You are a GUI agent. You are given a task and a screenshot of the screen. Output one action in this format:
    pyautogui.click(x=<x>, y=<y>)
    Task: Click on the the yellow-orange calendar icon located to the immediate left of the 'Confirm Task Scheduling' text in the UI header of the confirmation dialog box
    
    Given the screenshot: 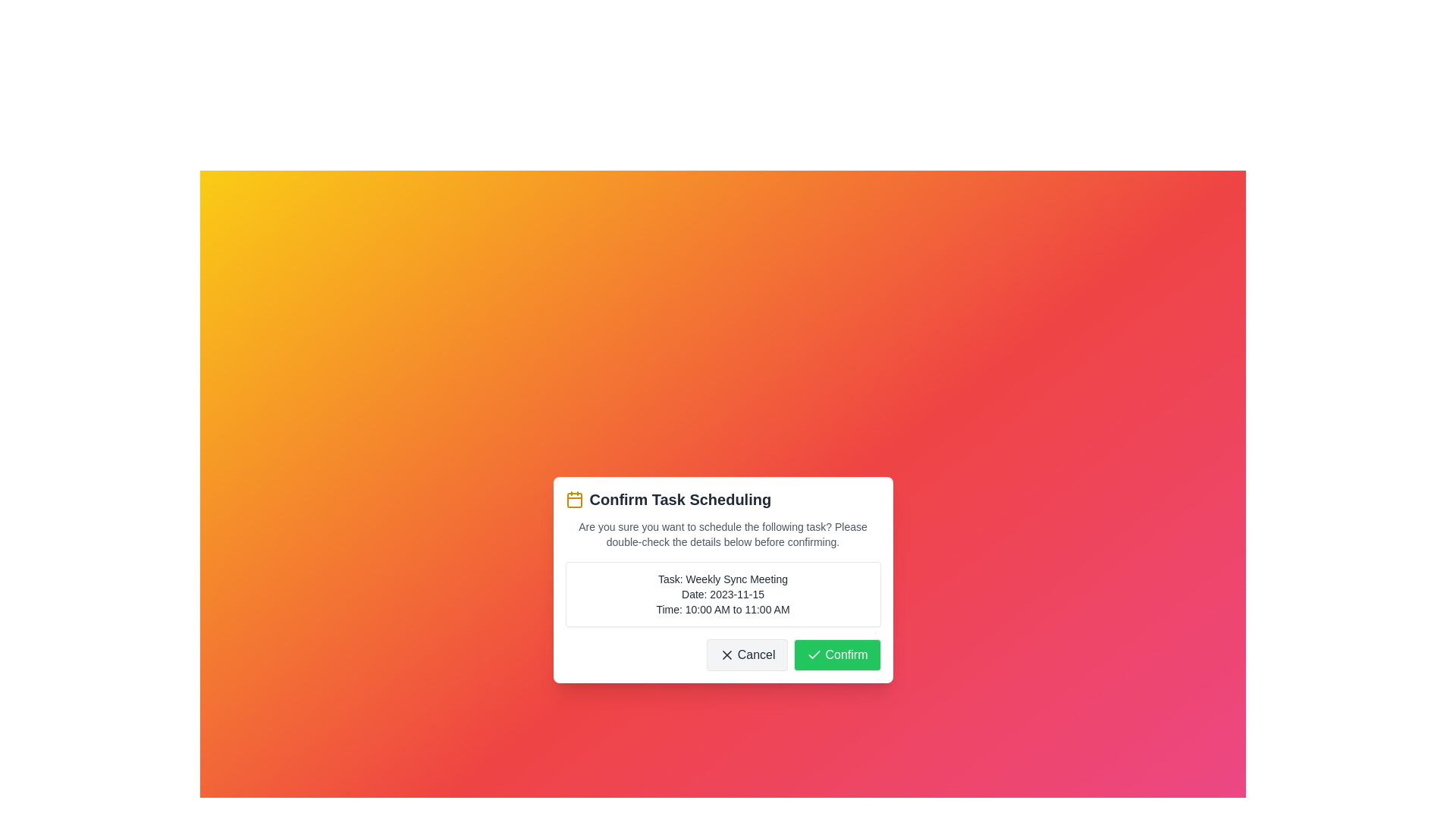 What is the action you would take?
    pyautogui.click(x=573, y=500)
    